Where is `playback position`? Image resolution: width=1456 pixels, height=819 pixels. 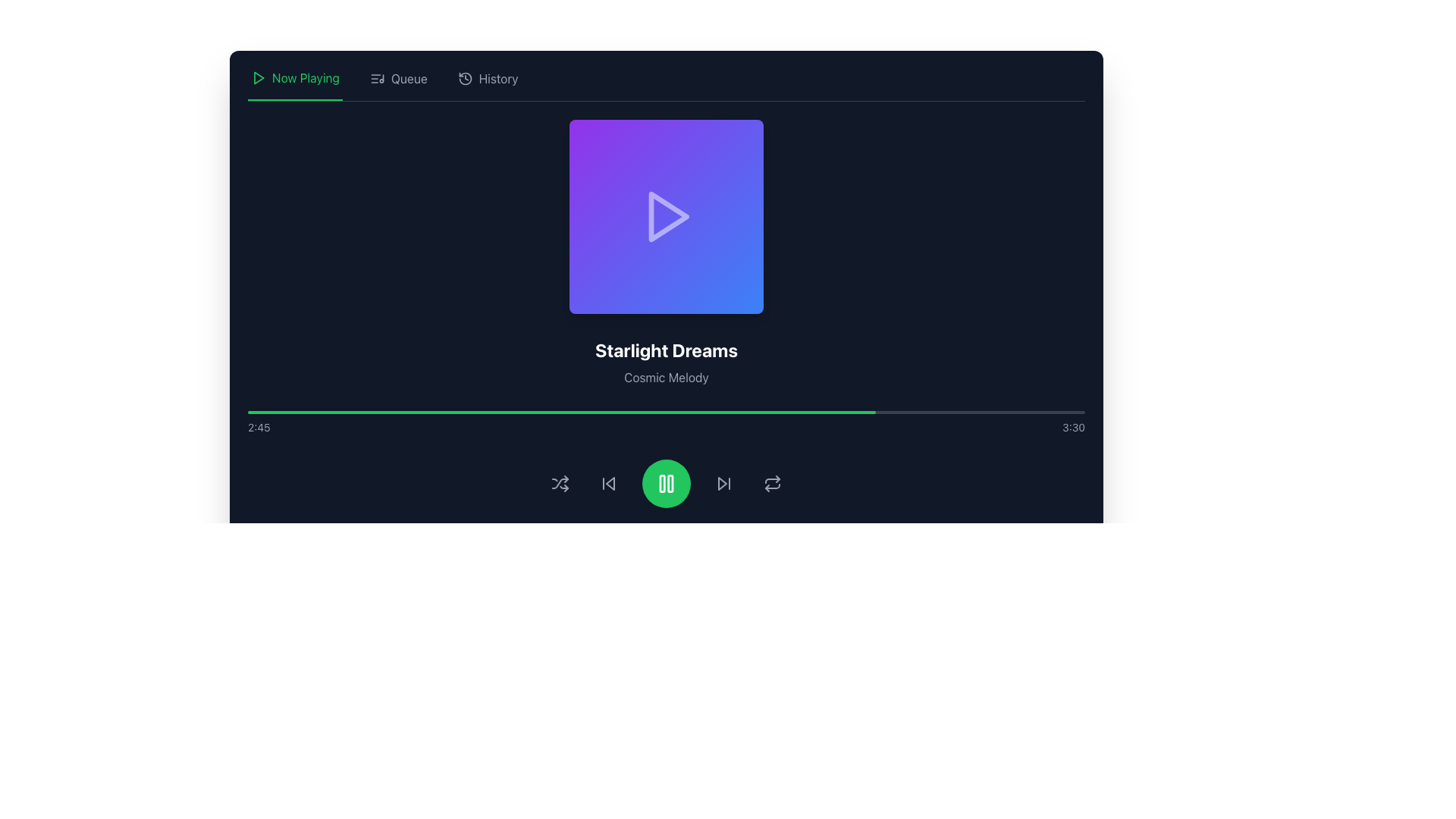
playback position is located at coordinates (712, 412).